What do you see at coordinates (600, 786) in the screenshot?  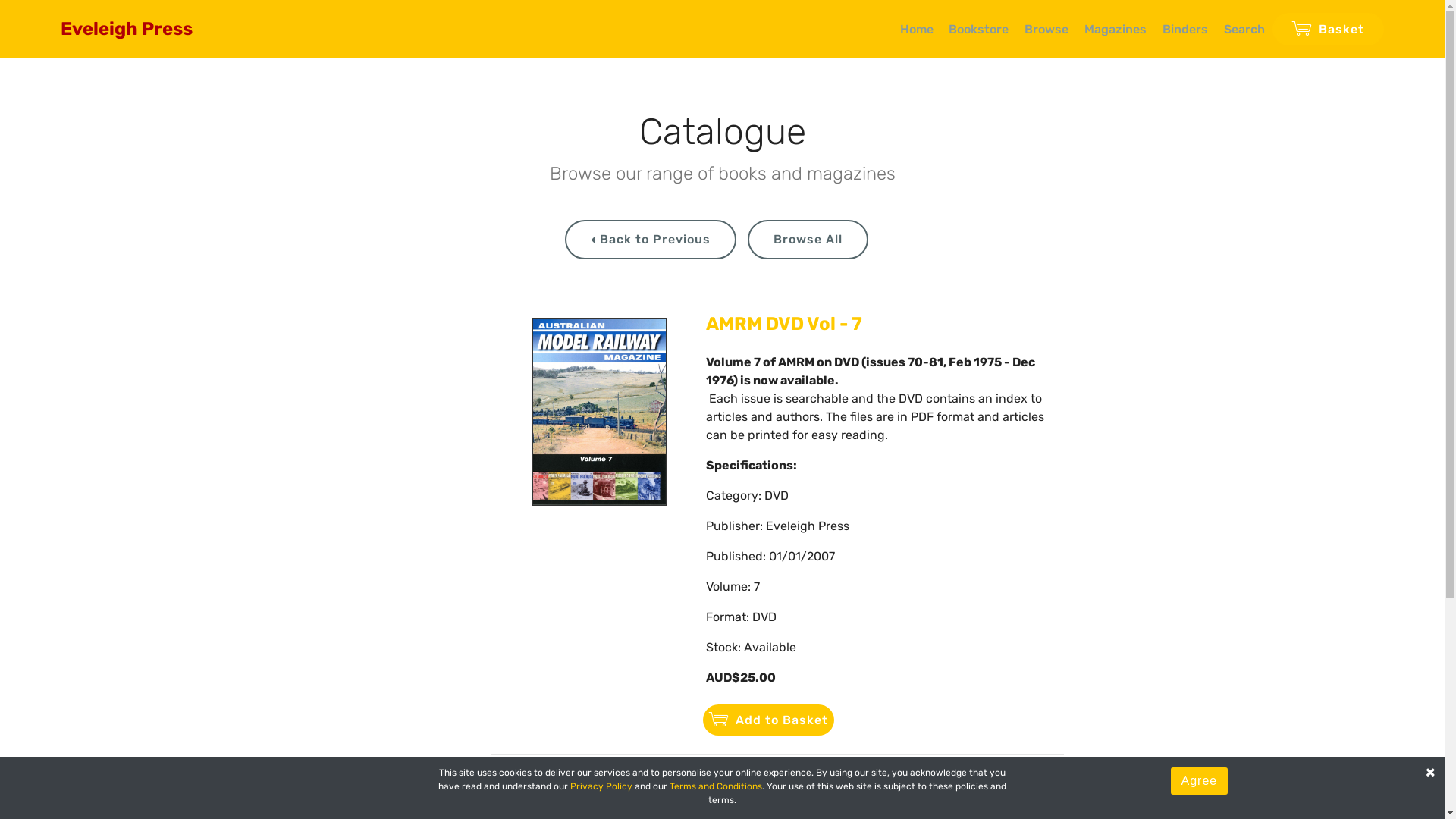 I see `'Privacy Policy'` at bounding box center [600, 786].